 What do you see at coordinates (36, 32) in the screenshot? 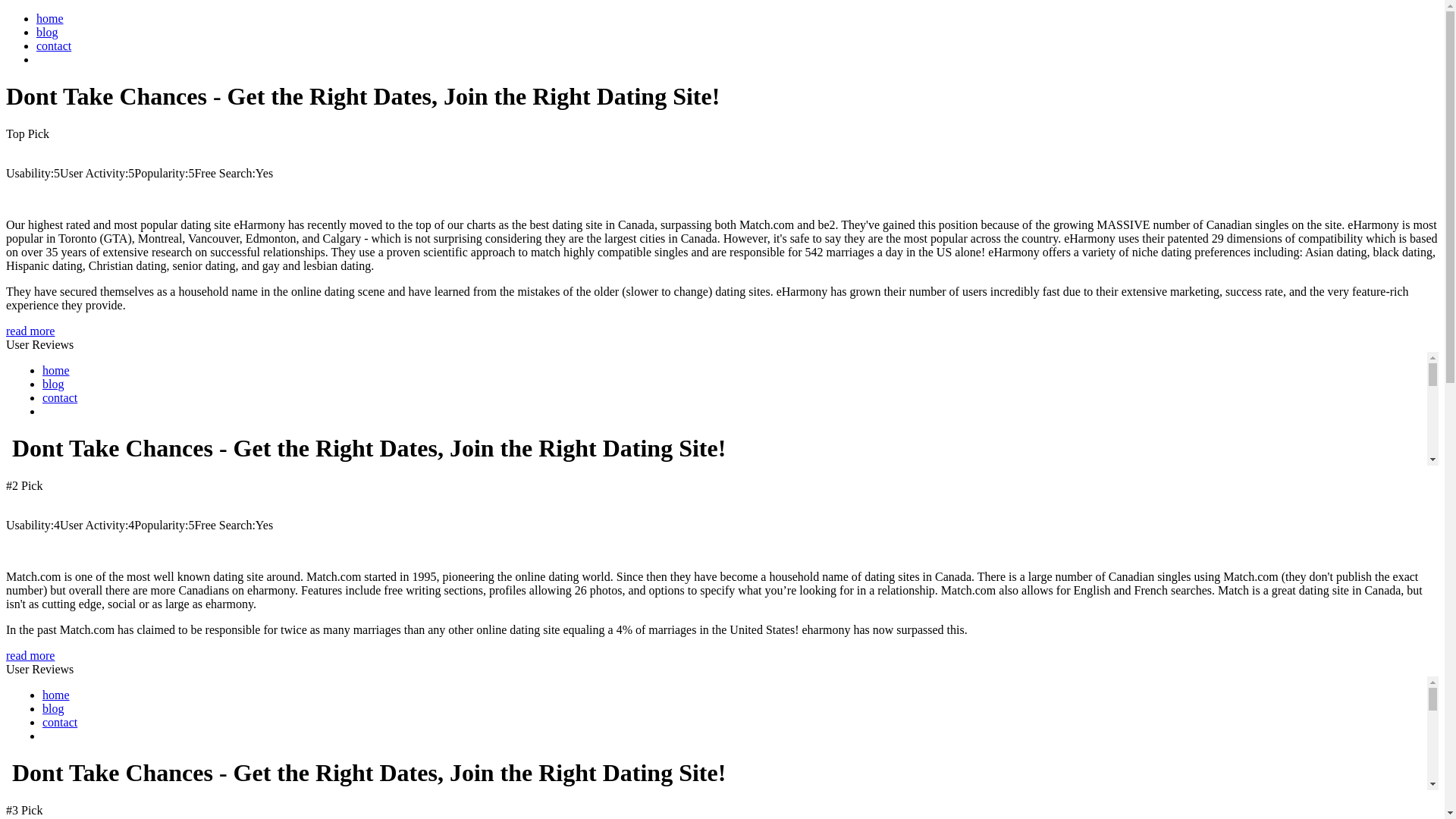
I see `'blog'` at bounding box center [36, 32].